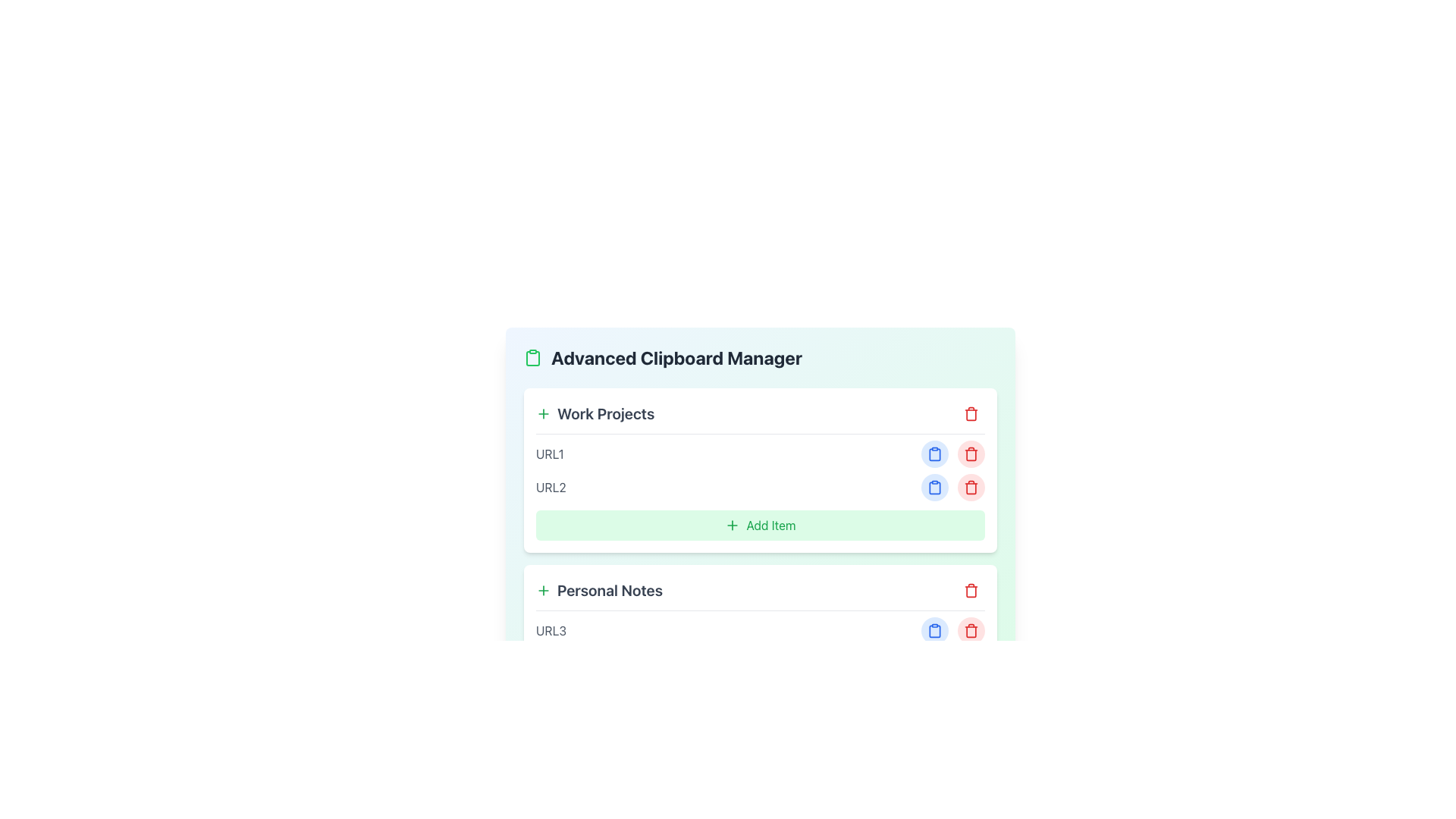 This screenshot has width=1456, height=819. Describe the element at coordinates (595, 414) in the screenshot. I see `the information displayed in the 'Work Projects' section header, which visually distinguishes this section from others and is located towards the top-left of the interface` at that location.